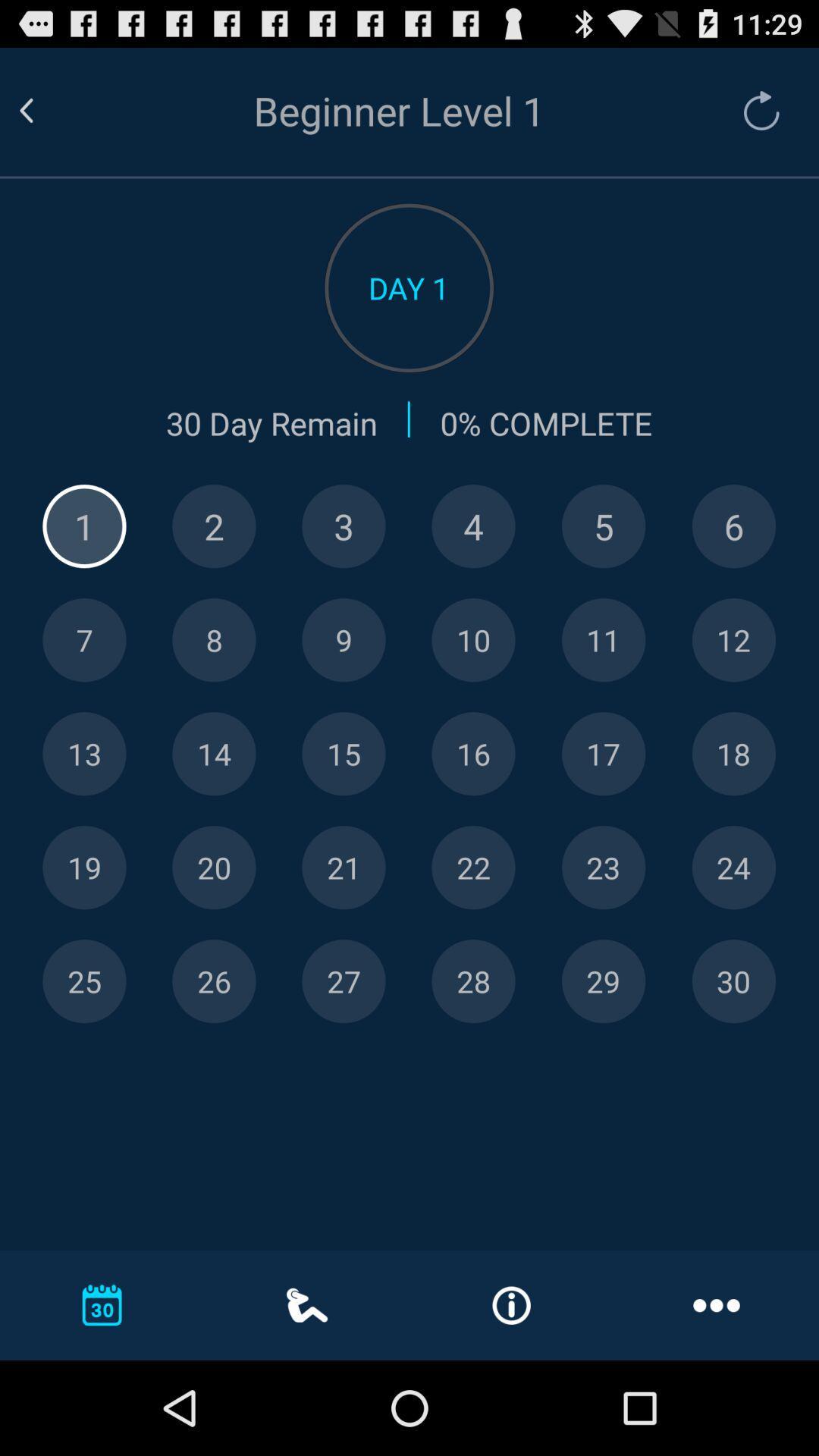 This screenshot has width=819, height=1456. What do you see at coordinates (344, 981) in the screenshot?
I see `keyboard` at bounding box center [344, 981].